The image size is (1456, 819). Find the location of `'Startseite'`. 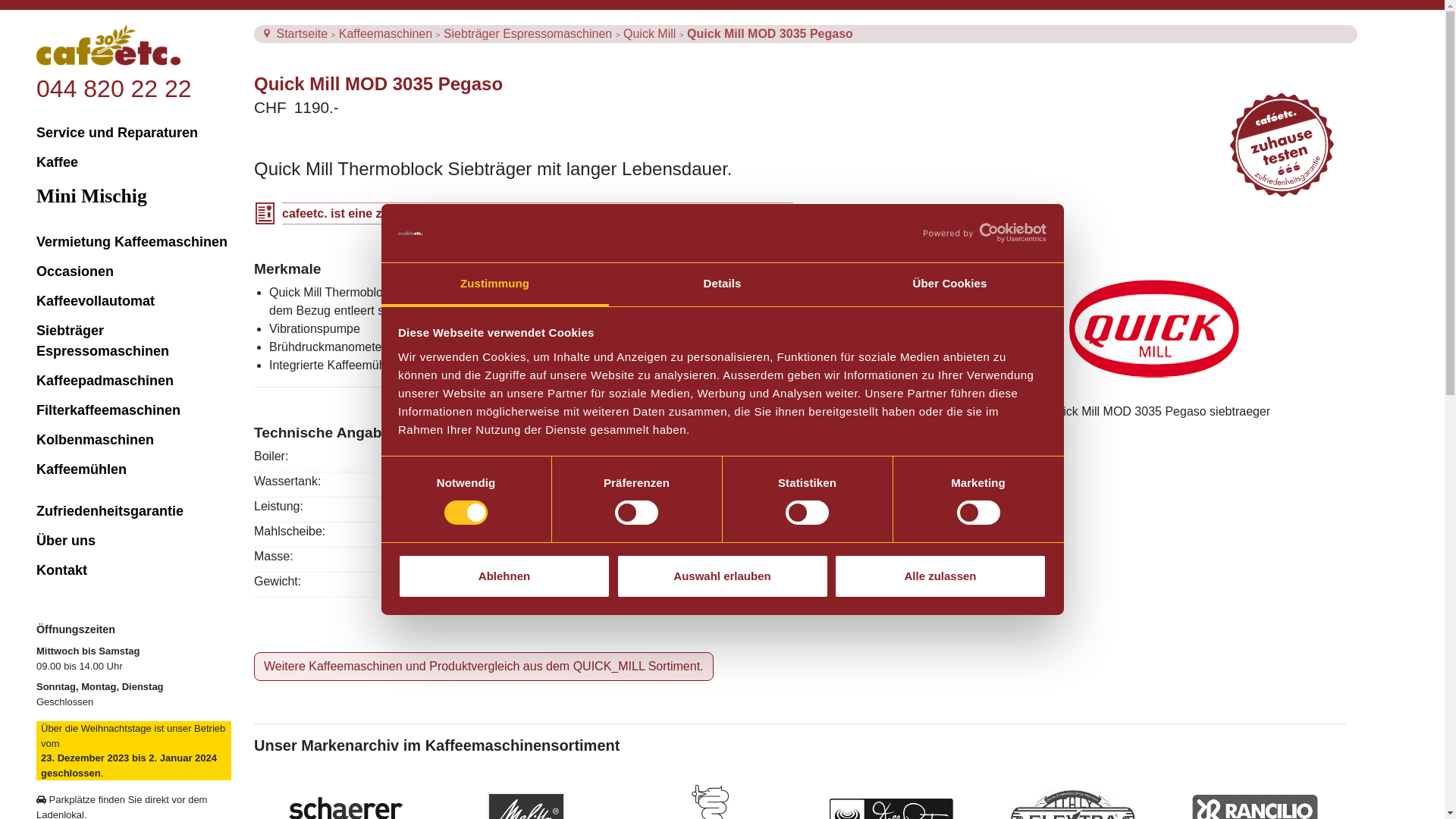

'Startseite' is located at coordinates (276, 33).